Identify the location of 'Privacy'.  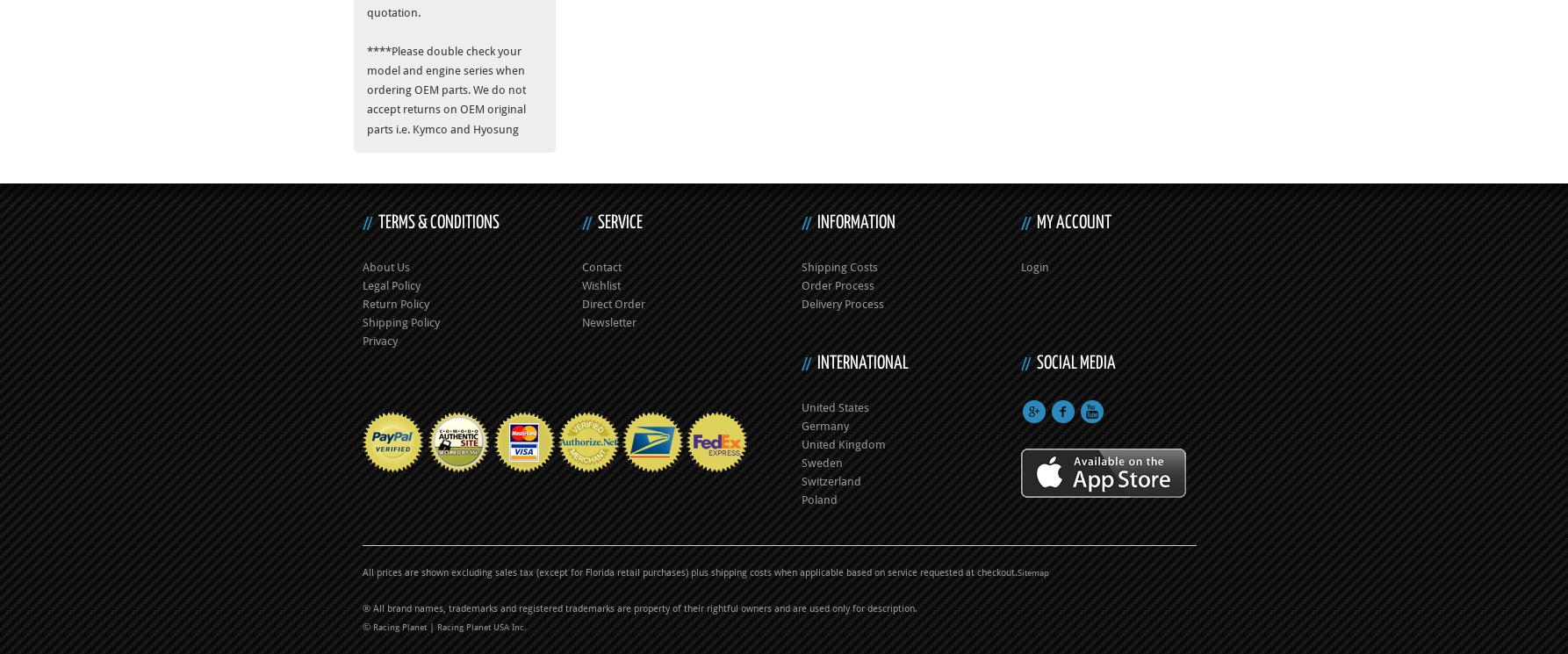
(379, 339).